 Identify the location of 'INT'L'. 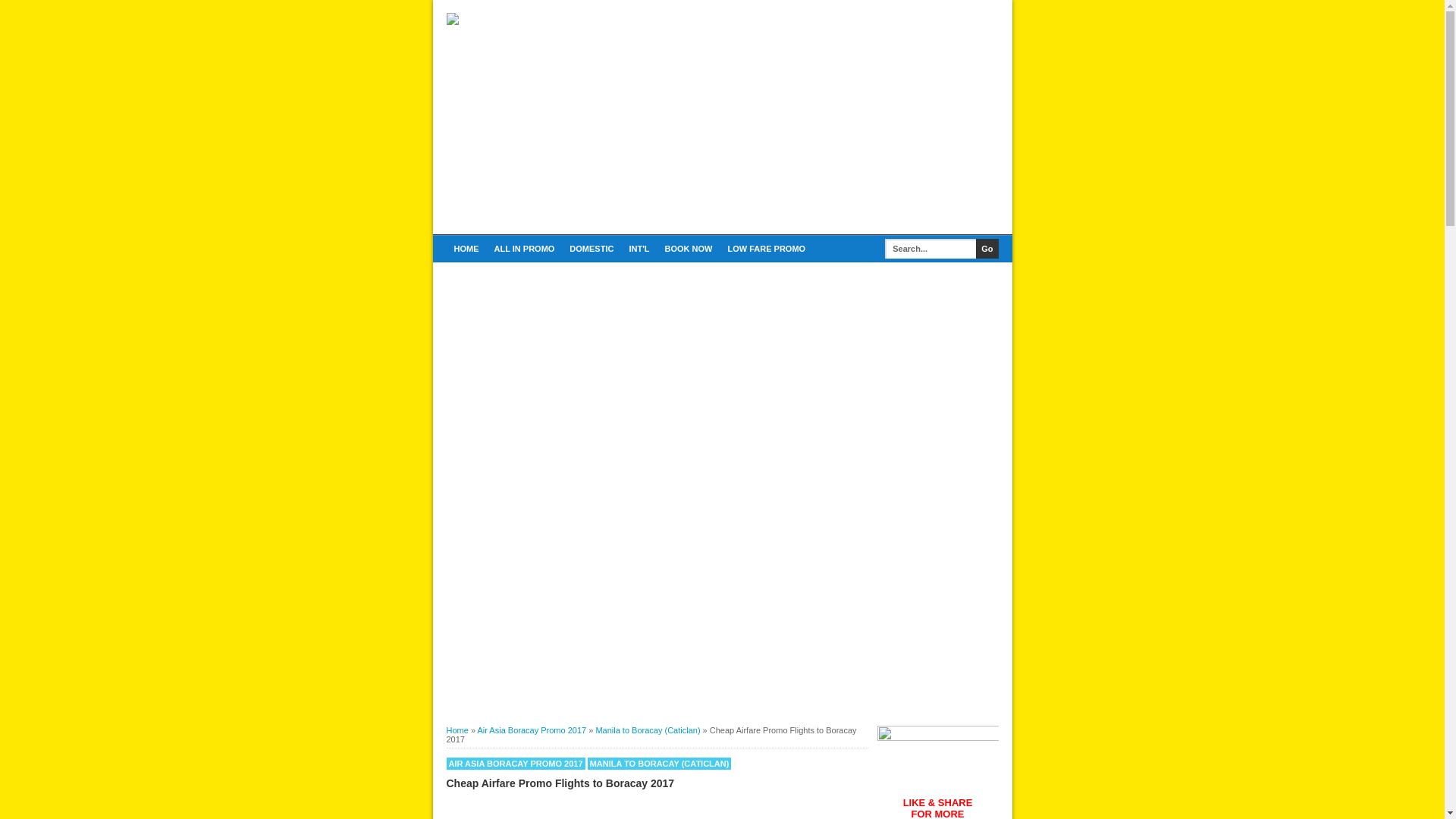
(639, 247).